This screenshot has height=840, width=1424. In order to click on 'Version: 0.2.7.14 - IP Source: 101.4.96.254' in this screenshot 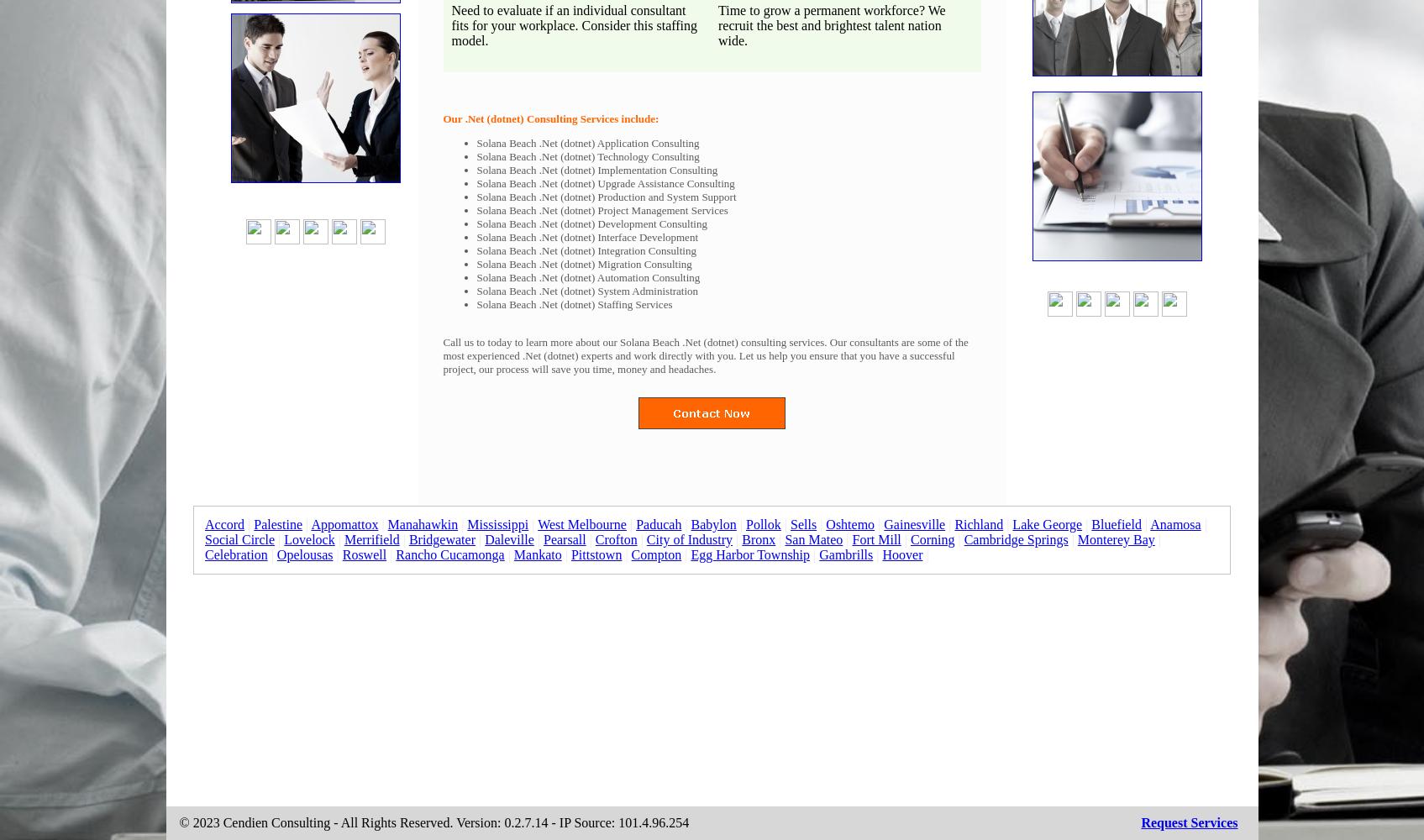, I will do `click(572, 822)`.